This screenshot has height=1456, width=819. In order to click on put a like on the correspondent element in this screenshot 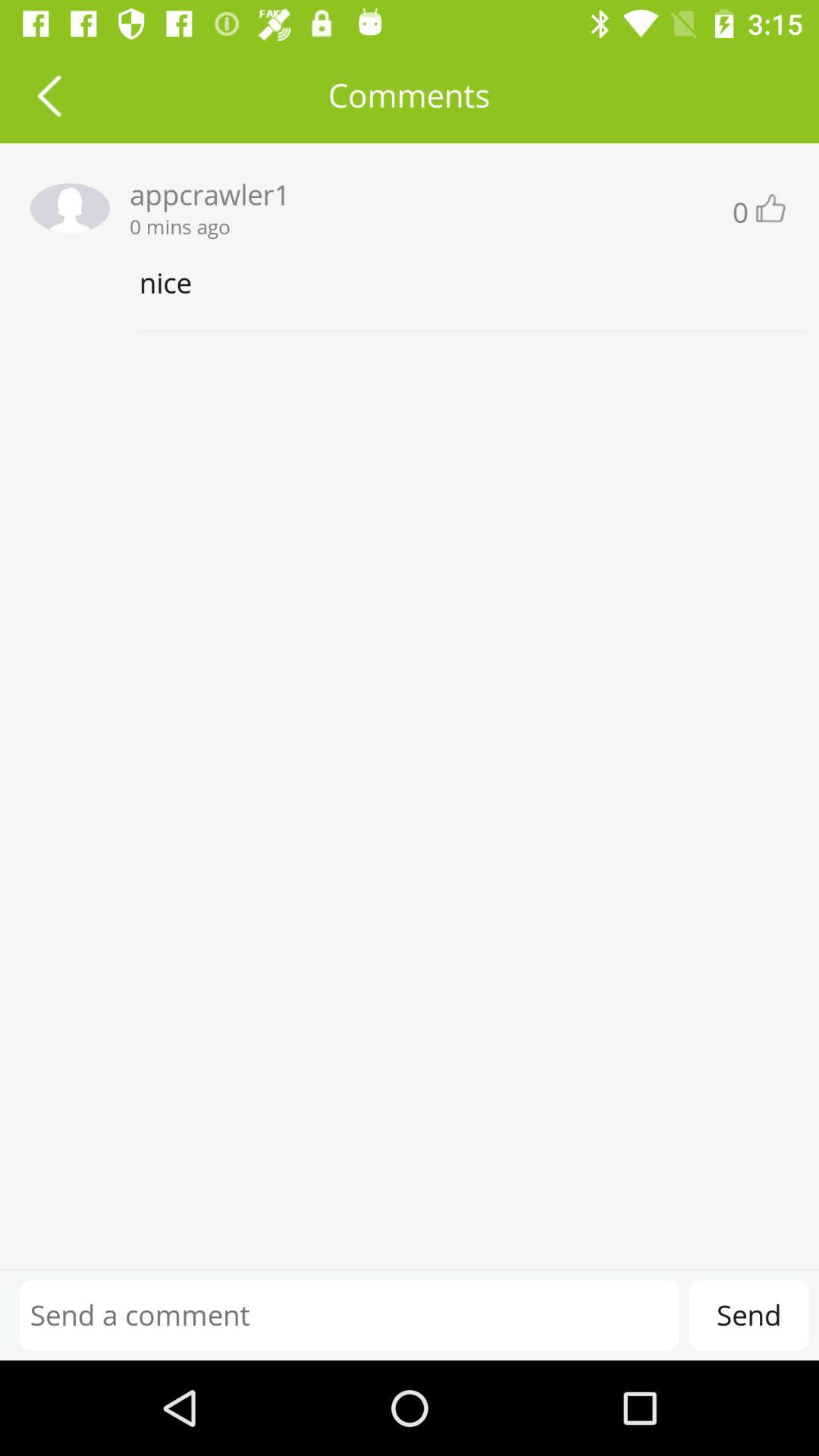, I will do `click(769, 207)`.